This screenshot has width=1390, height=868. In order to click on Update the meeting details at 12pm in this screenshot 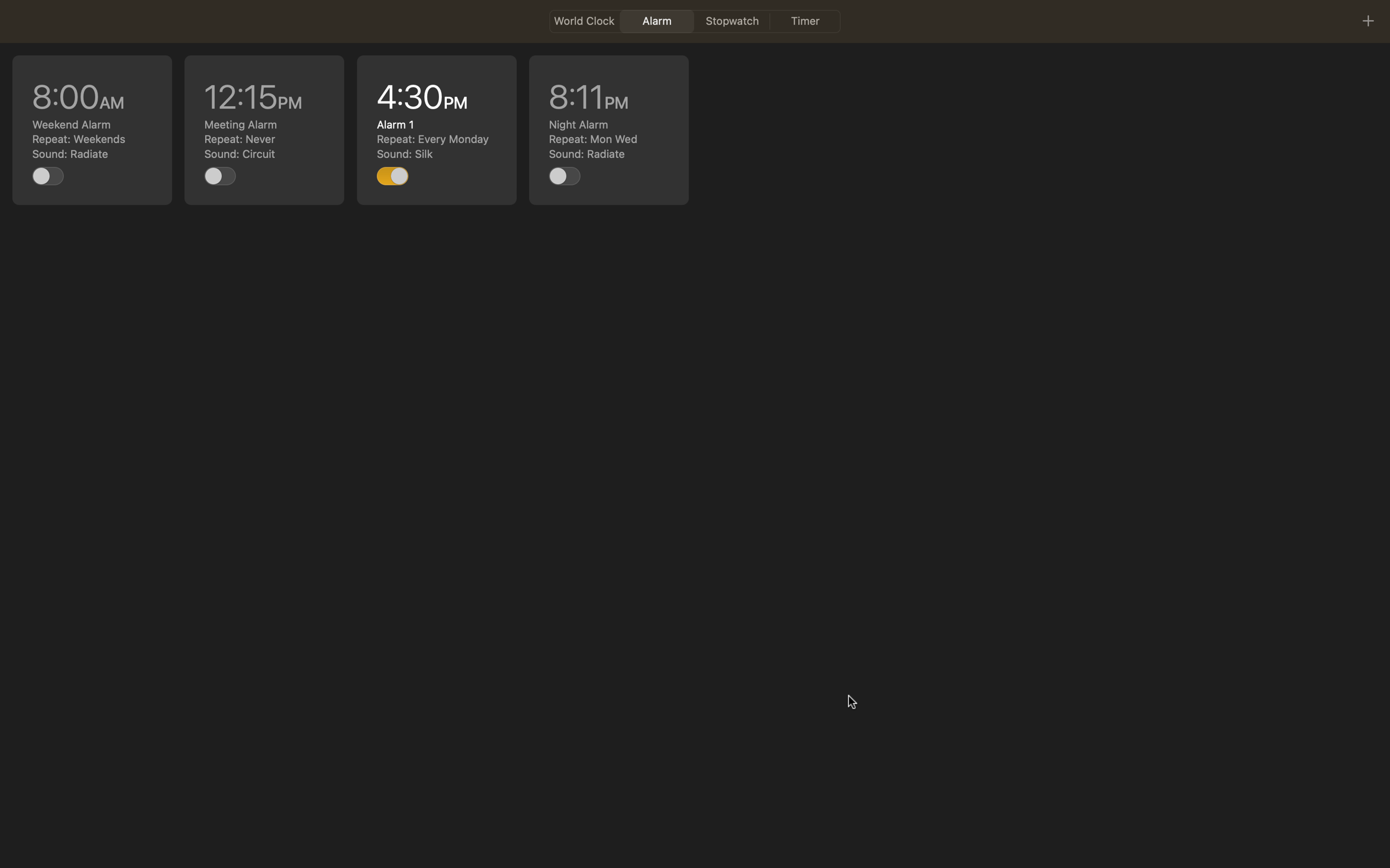, I will do `click(264, 129)`.